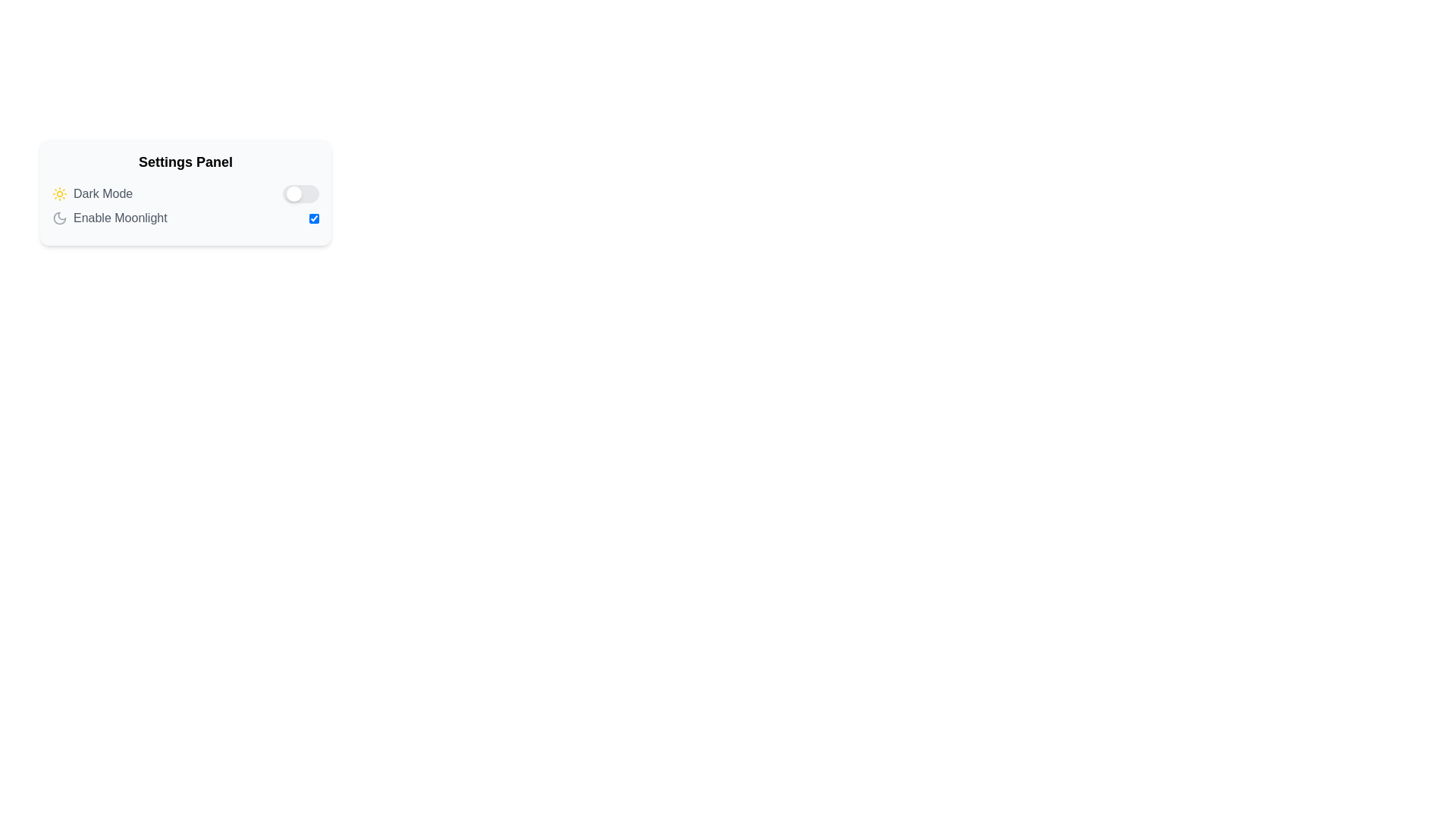  I want to click on the crescent moon icon representing the 'Enable Moonlight' feature in the settings panel, so click(59, 218).